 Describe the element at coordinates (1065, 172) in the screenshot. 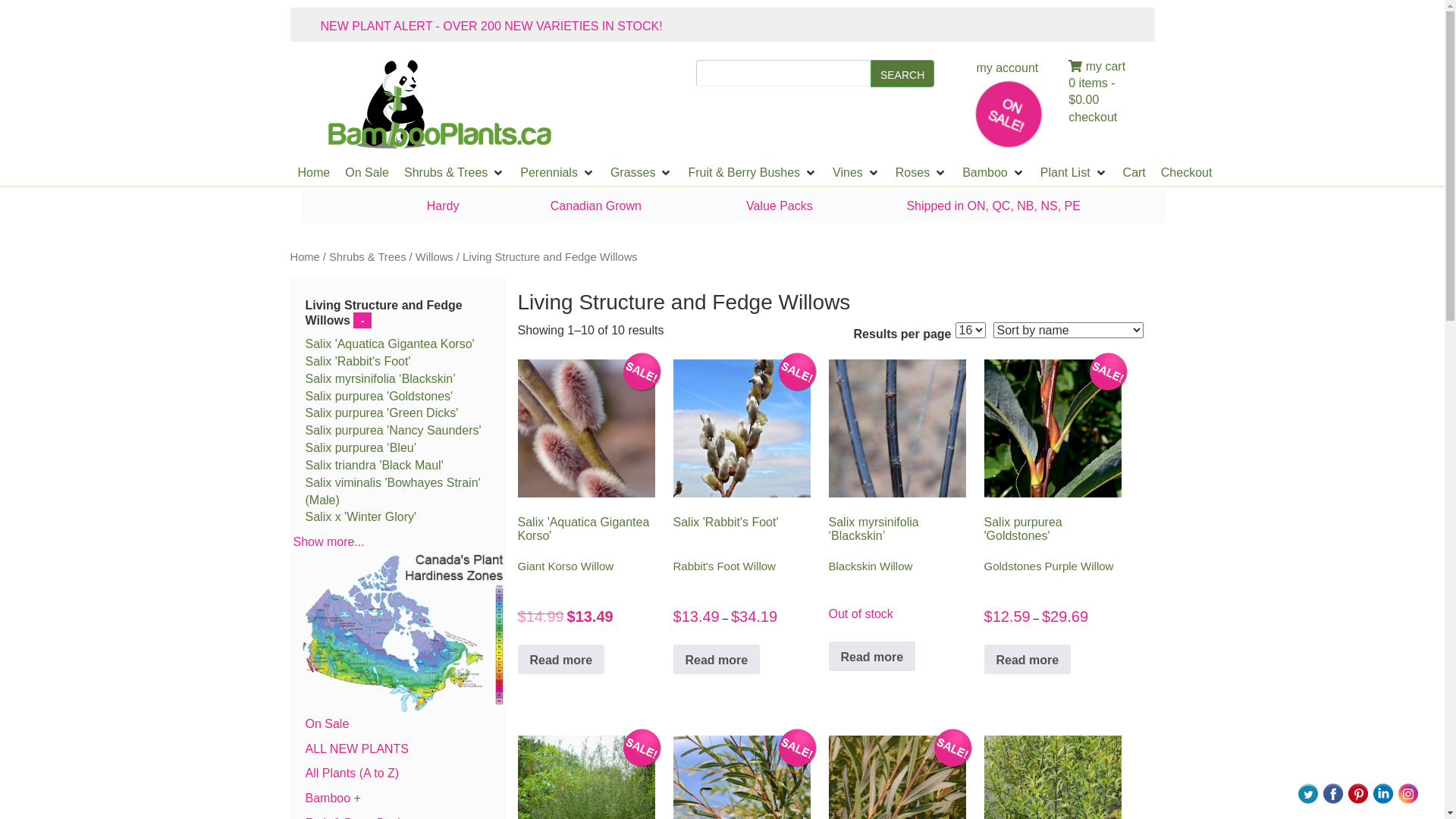

I see `'Plant List'` at that location.